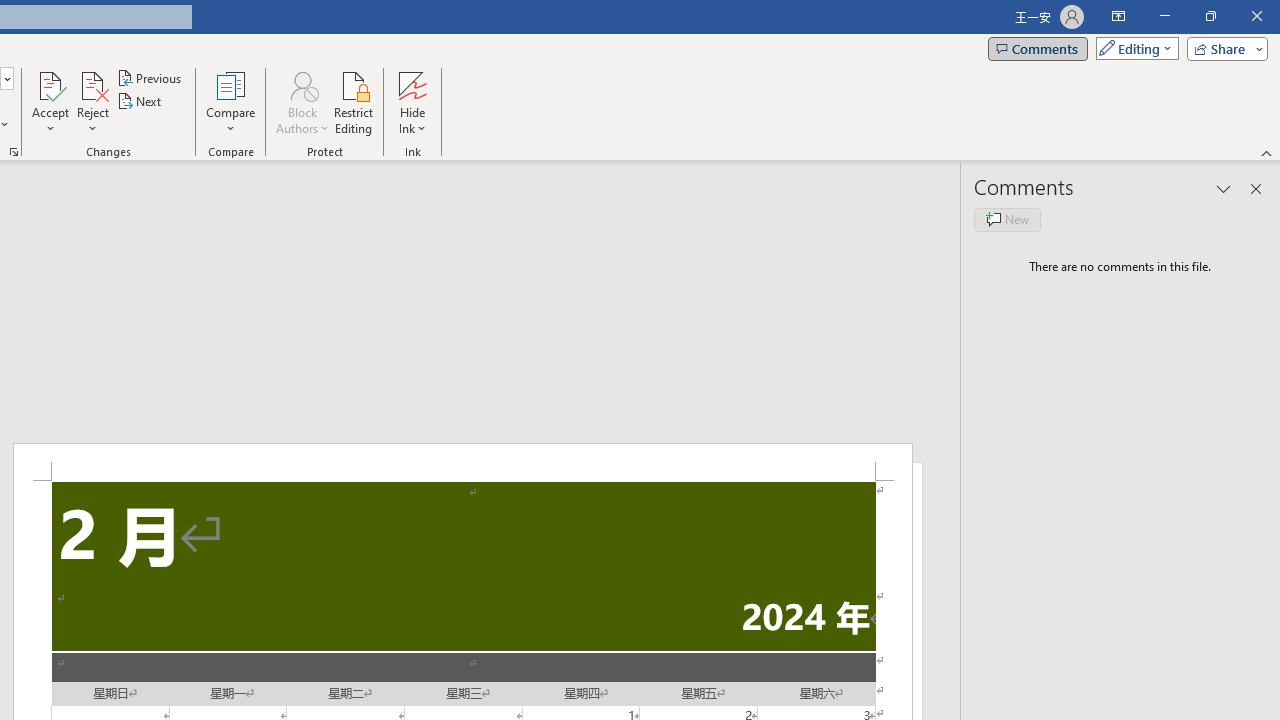  What do you see at coordinates (14, 150) in the screenshot?
I see `'Change Tracking Options...'` at bounding box center [14, 150].